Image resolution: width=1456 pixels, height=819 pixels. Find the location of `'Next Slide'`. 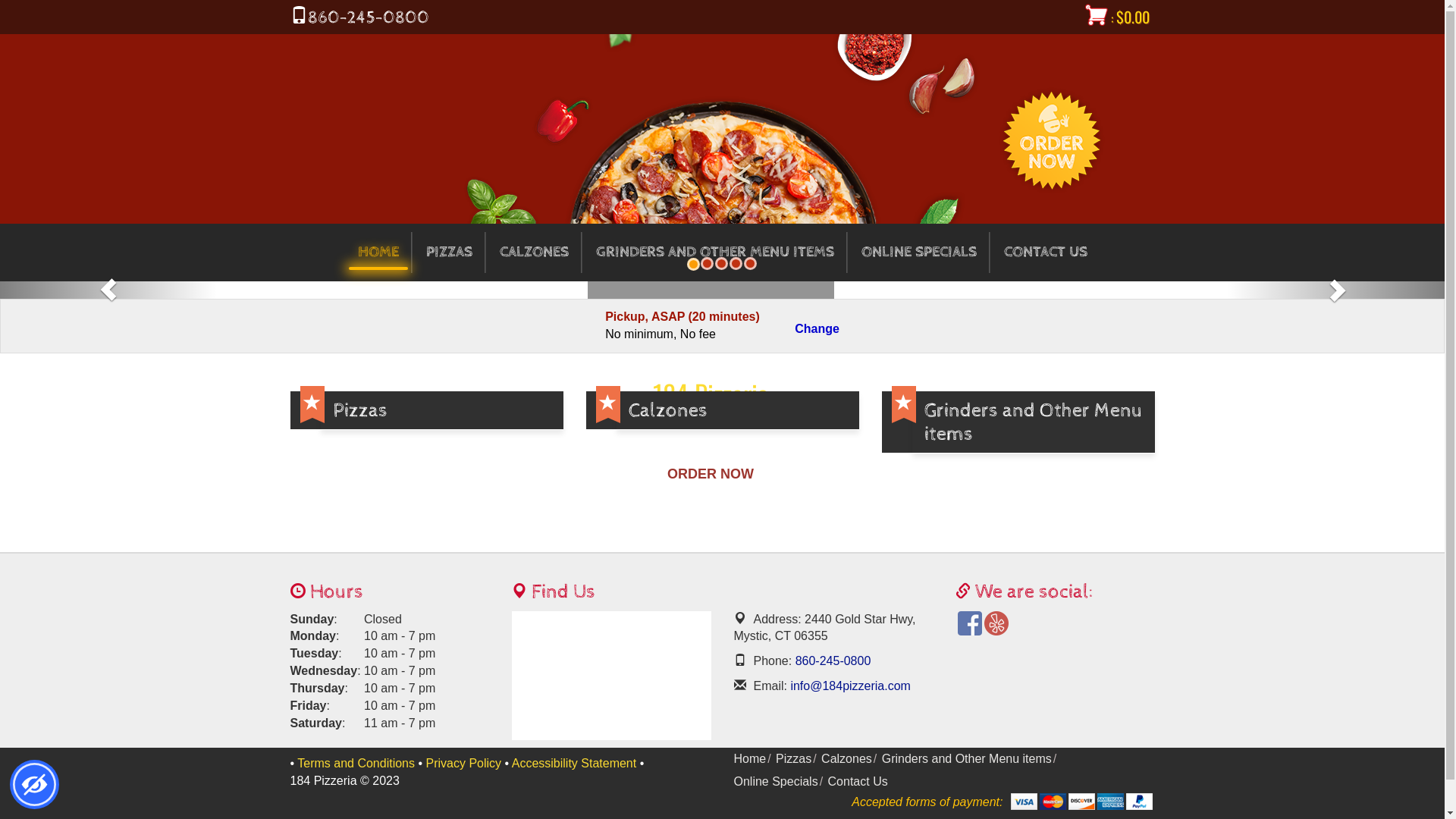

'Next Slide' is located at coordinates (1335, 290).